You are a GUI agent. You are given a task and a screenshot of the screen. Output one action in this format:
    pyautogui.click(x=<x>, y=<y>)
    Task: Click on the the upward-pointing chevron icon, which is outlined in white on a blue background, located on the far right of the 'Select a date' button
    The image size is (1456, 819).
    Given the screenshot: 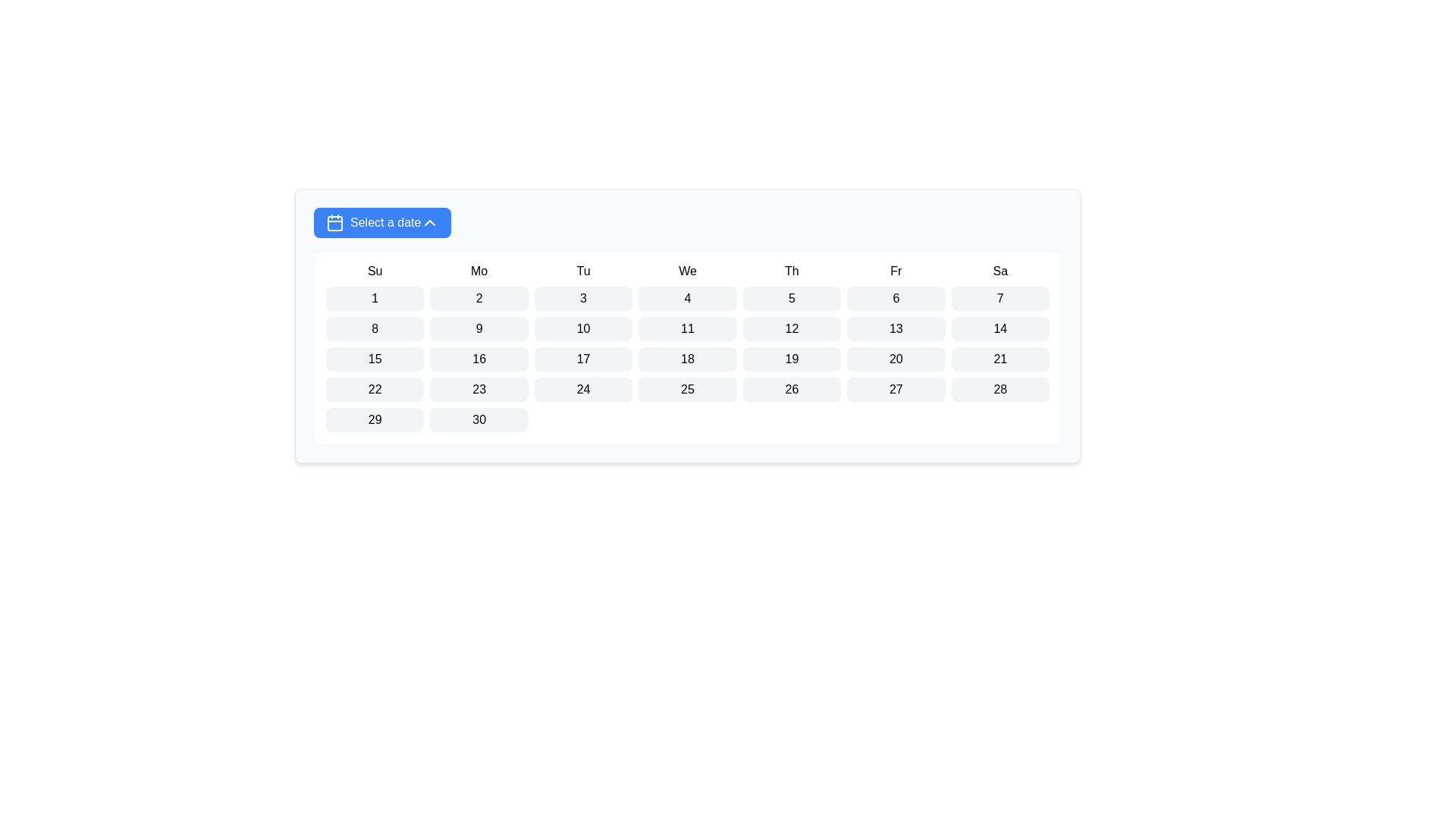 What is the action you would take?
    pyautogui.click(x=429, y=222)
    